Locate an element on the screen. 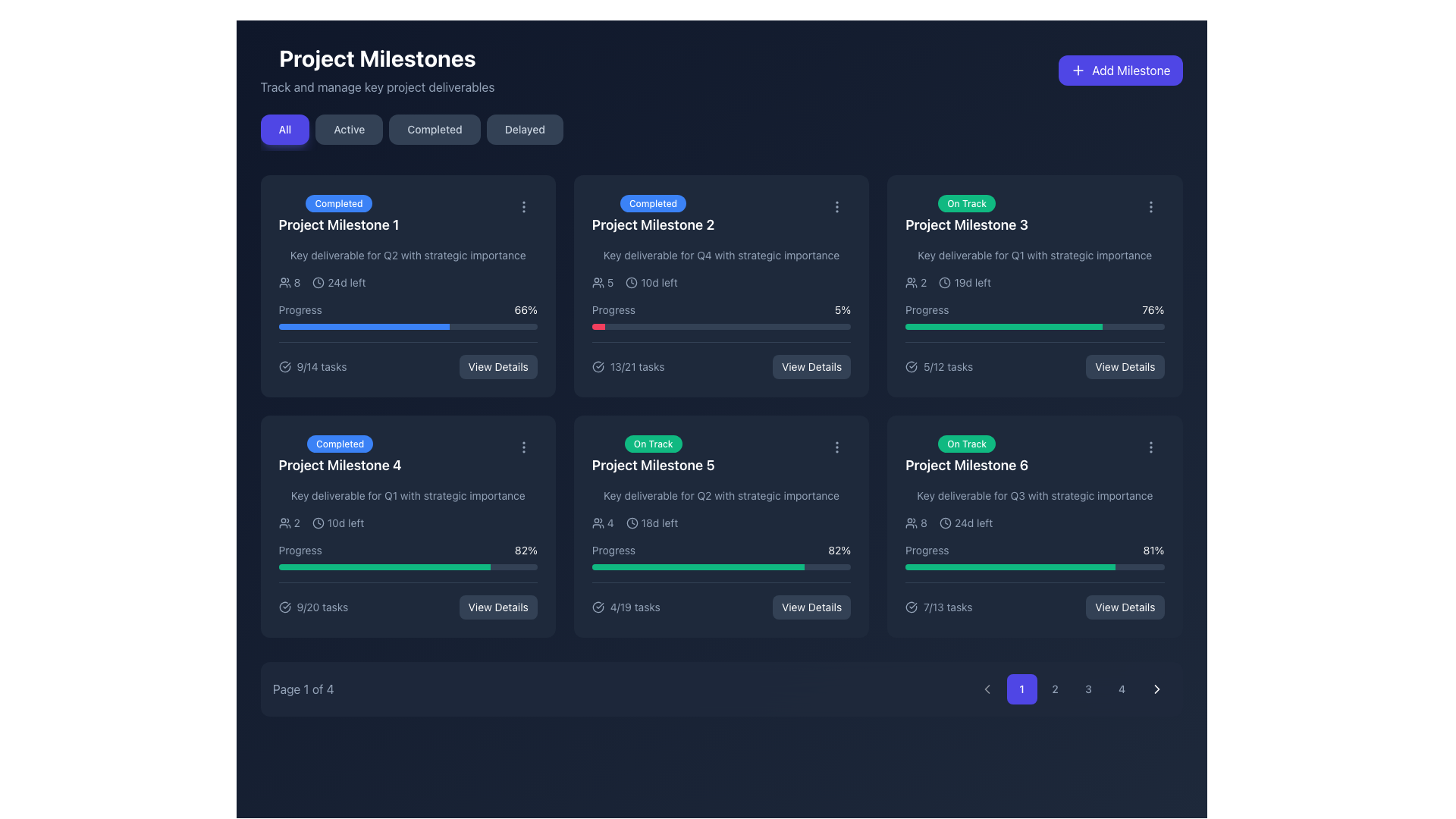 The width and height of the screenshot is (1456, 819). the vertical ellipsis icon in the top-right corner of the 'Project Milestone 6' card is located at coordinates (1150, 447).